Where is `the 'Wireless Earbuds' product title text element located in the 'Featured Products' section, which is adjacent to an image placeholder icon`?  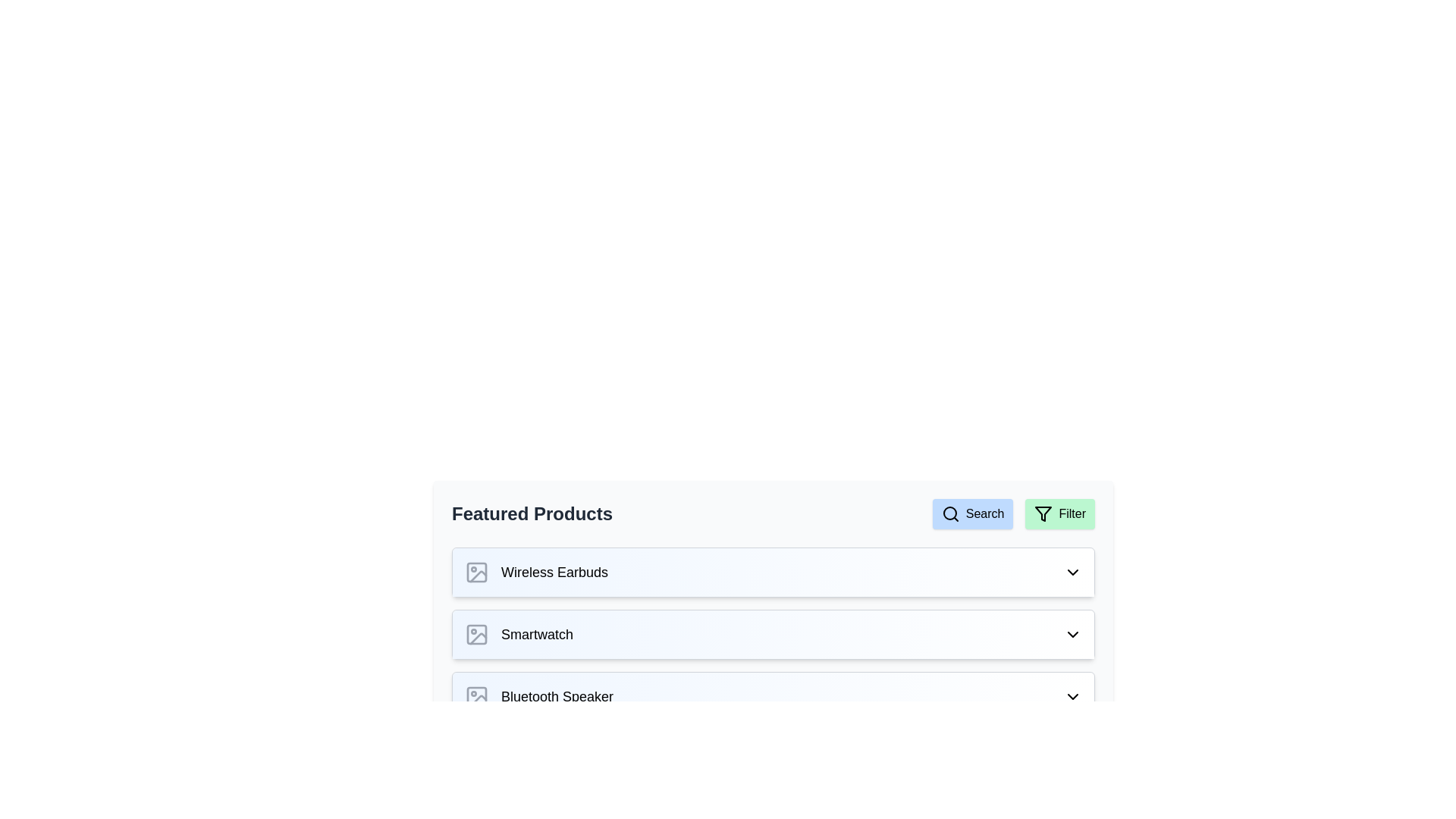 the 'Wireless Earbuds' product title text element located in the 'Featured Products' section, which is adjacent to an image placeholder icon is located at coordinates (554, 573).